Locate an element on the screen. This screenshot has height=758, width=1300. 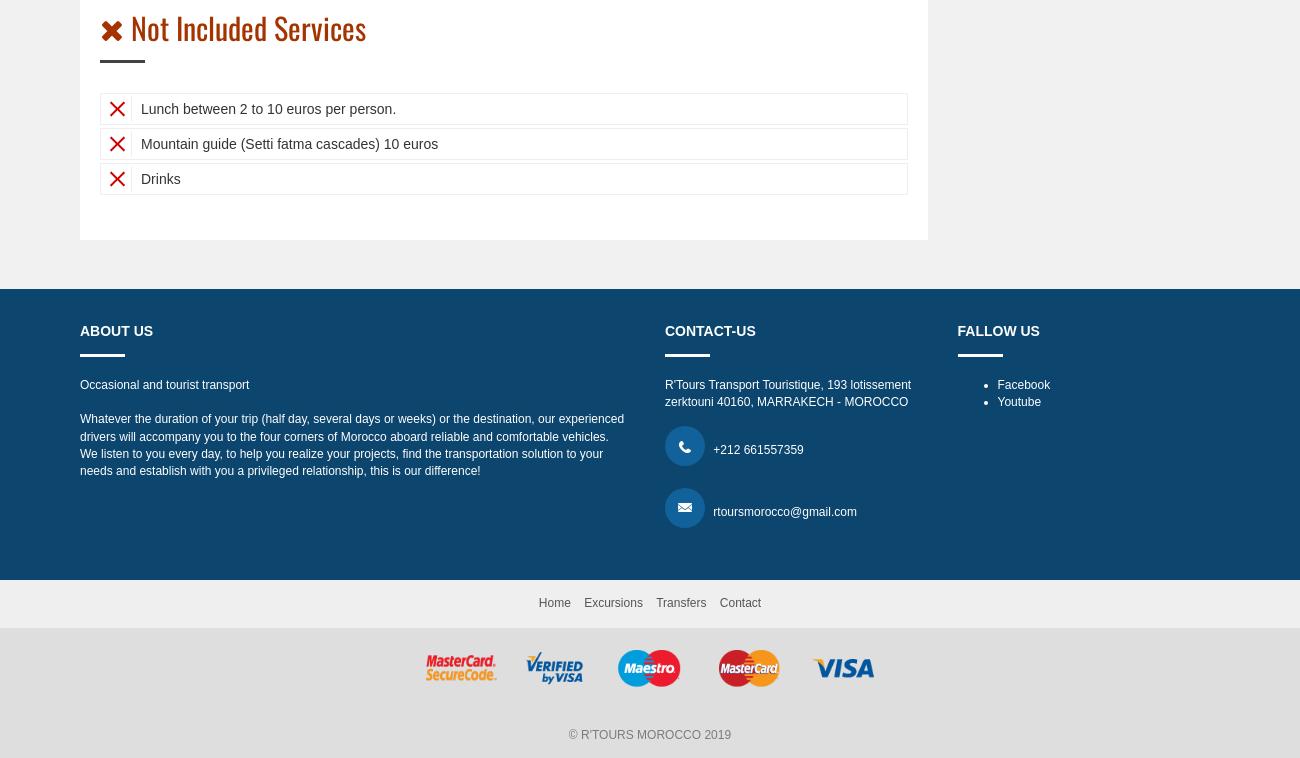
'Whatever the duration of your trip (half day, several days or weeks) or the destination, our experienced drivers will accompany you to the four corners of Morocco aboard reliable and comfortable vehicles.' is located at coordinates (351, 426).